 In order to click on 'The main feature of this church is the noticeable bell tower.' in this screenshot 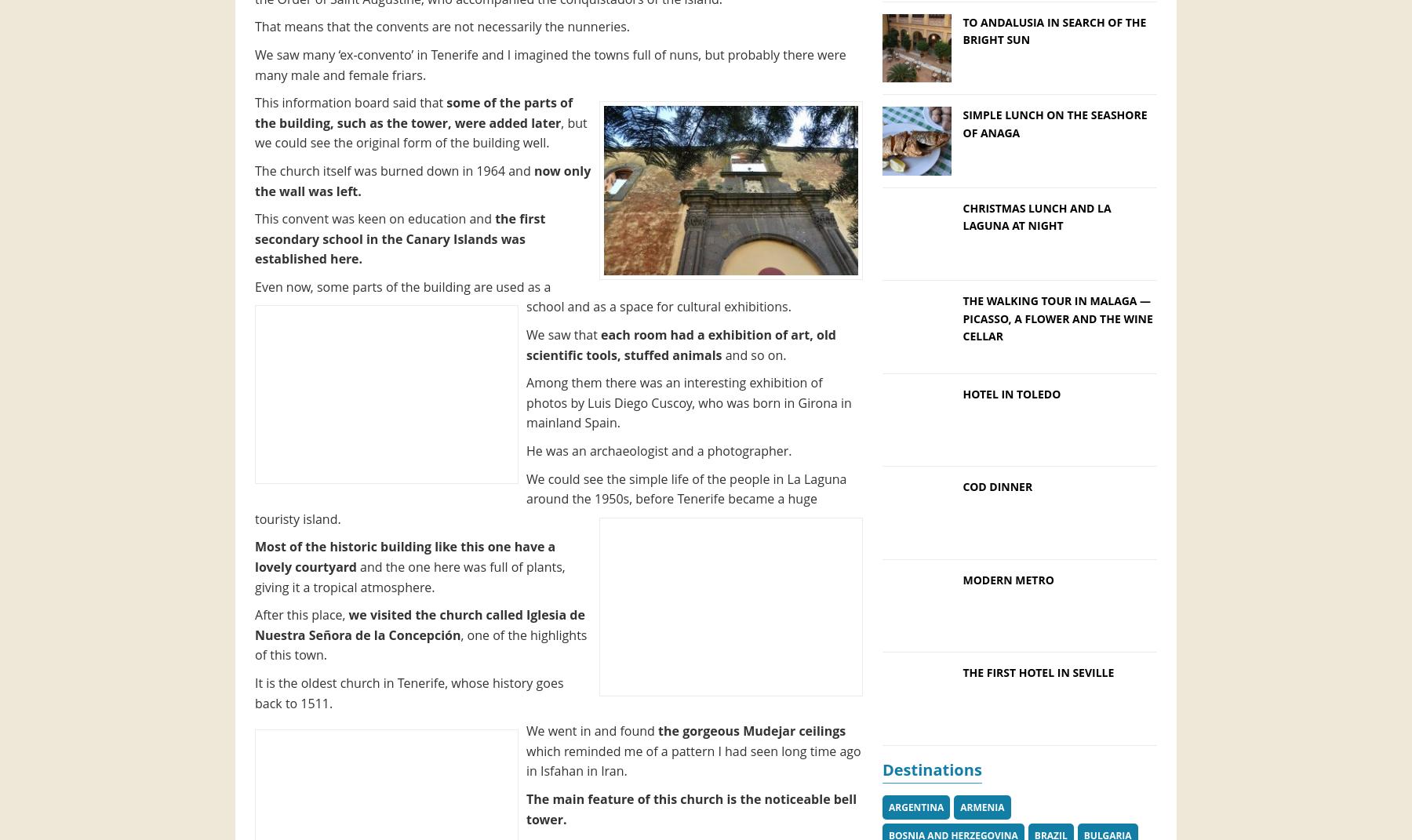, I will do `click(691, 809)`.